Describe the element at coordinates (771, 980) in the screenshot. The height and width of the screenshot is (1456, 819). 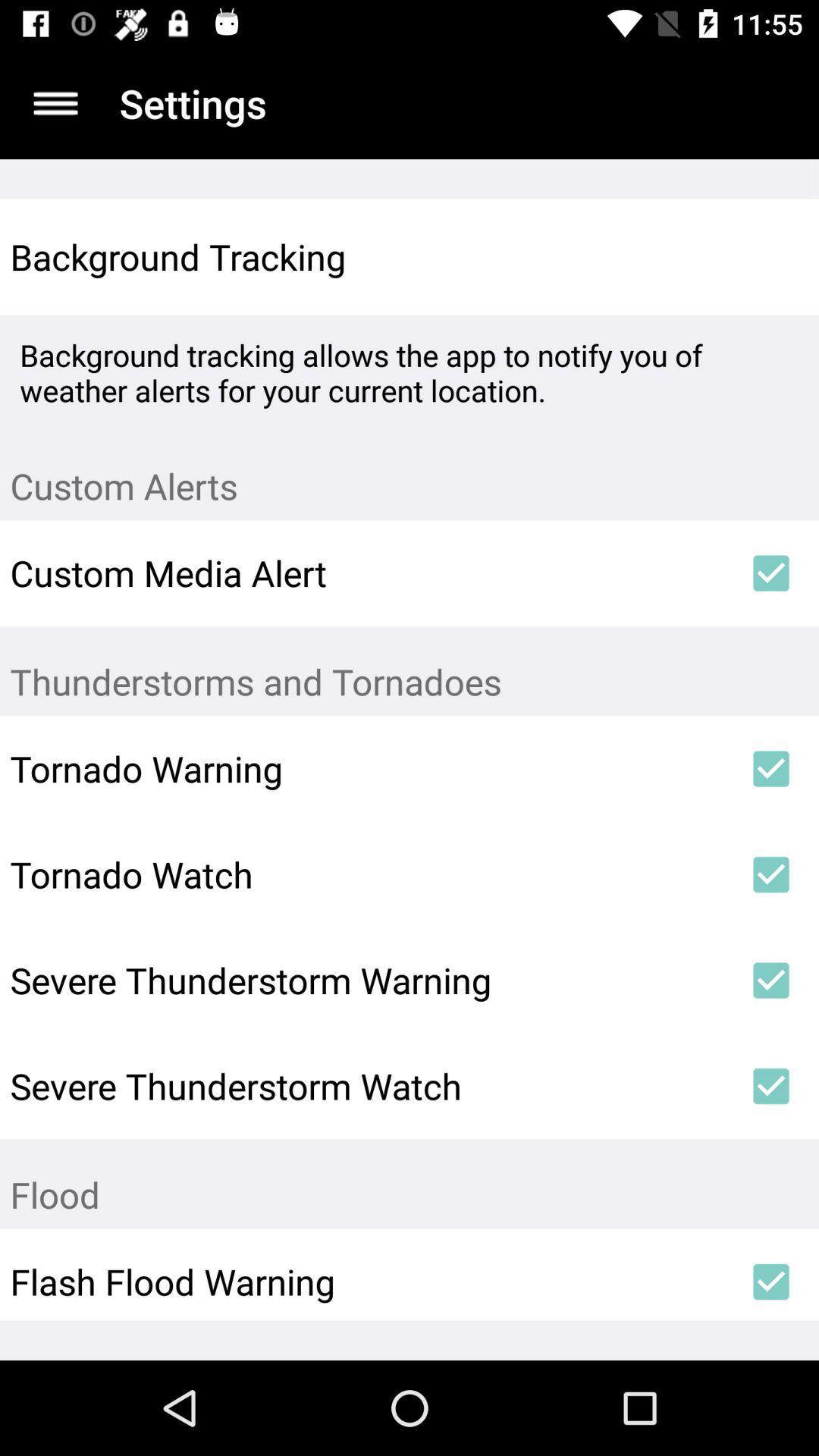
I see `the icon to the right of the severe thunderstorm warning item` at that location.